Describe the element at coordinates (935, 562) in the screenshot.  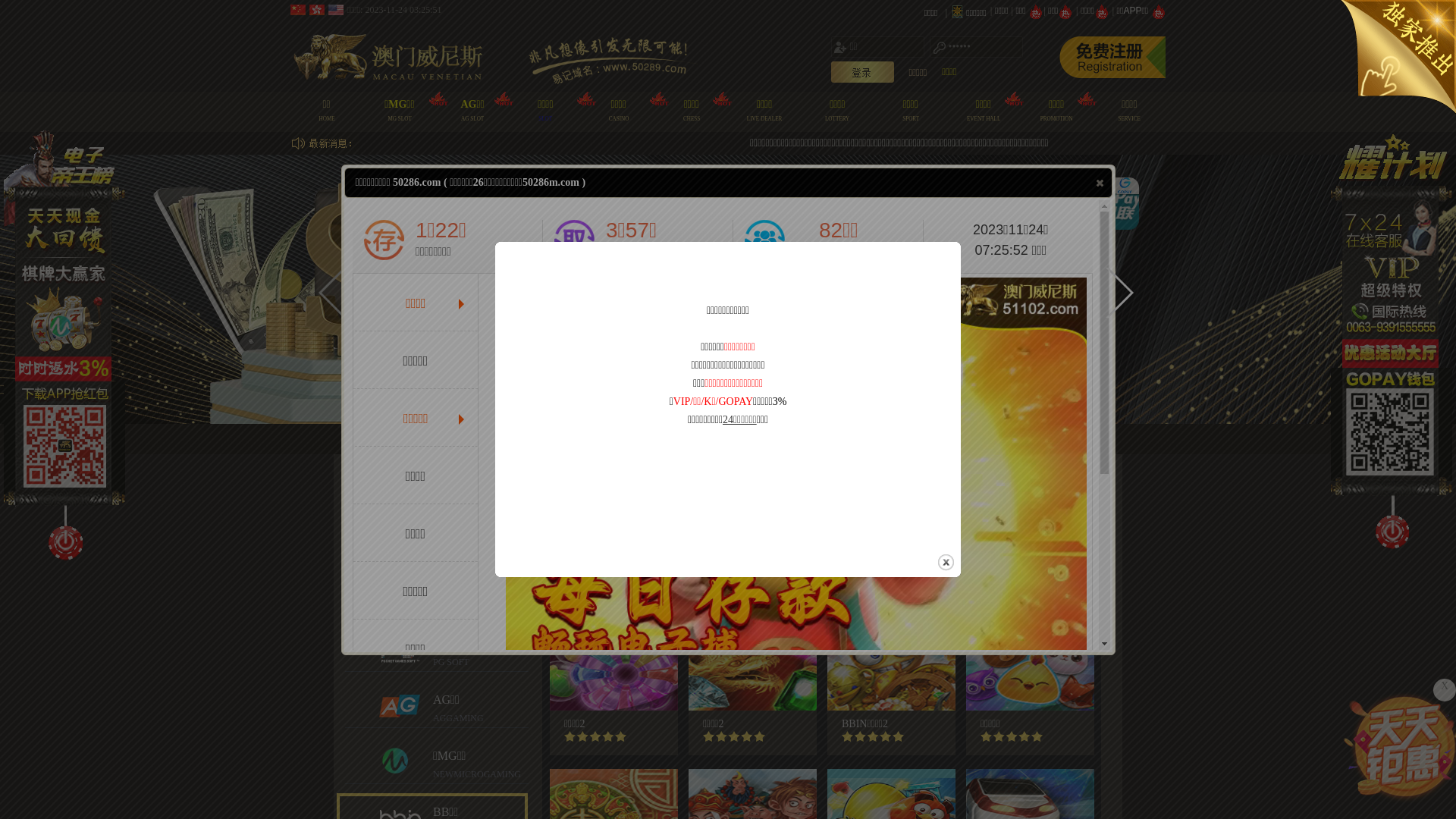
I see `'close'` at that location.